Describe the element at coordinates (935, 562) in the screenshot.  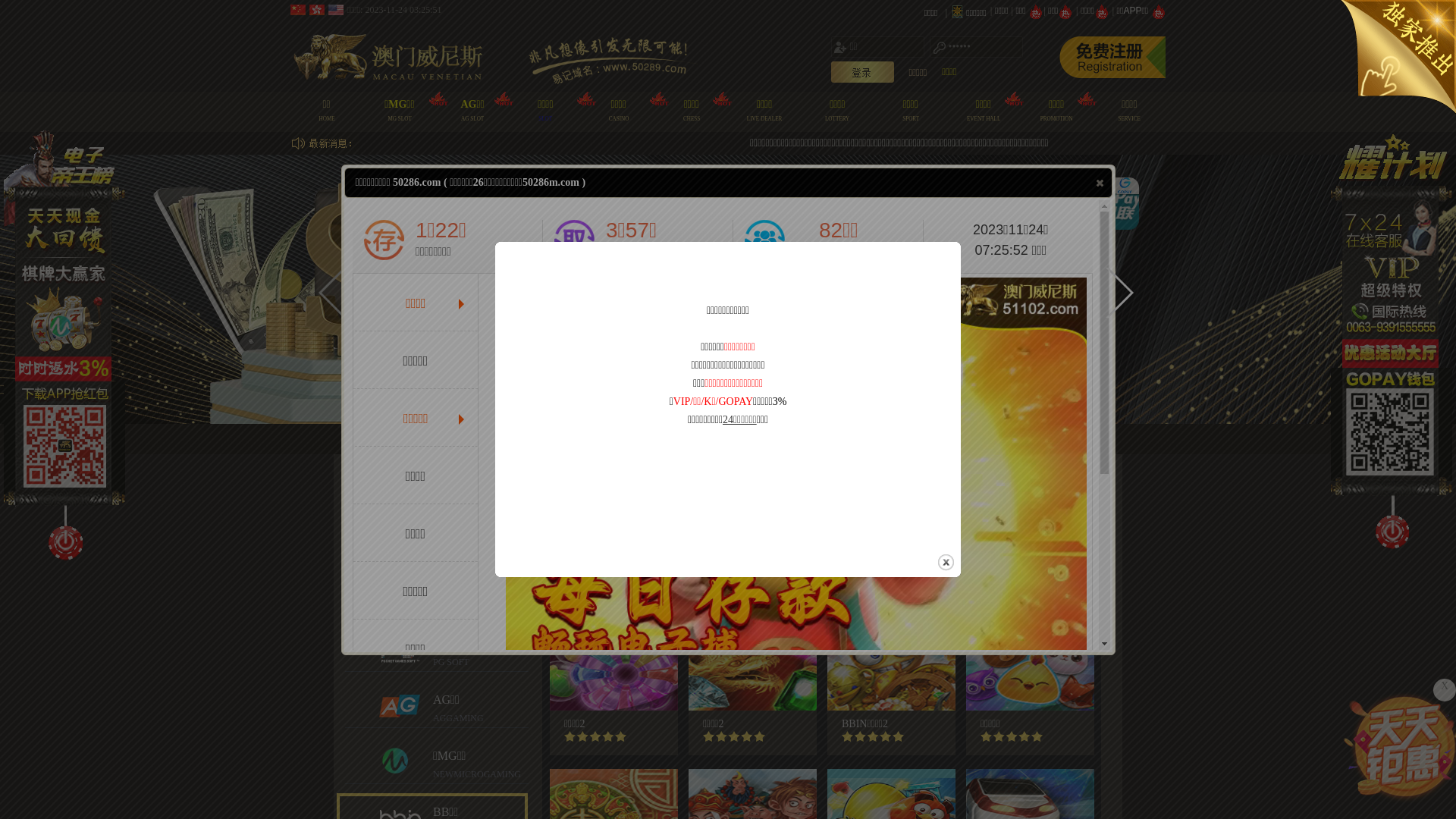
I see `'close'` at that location.